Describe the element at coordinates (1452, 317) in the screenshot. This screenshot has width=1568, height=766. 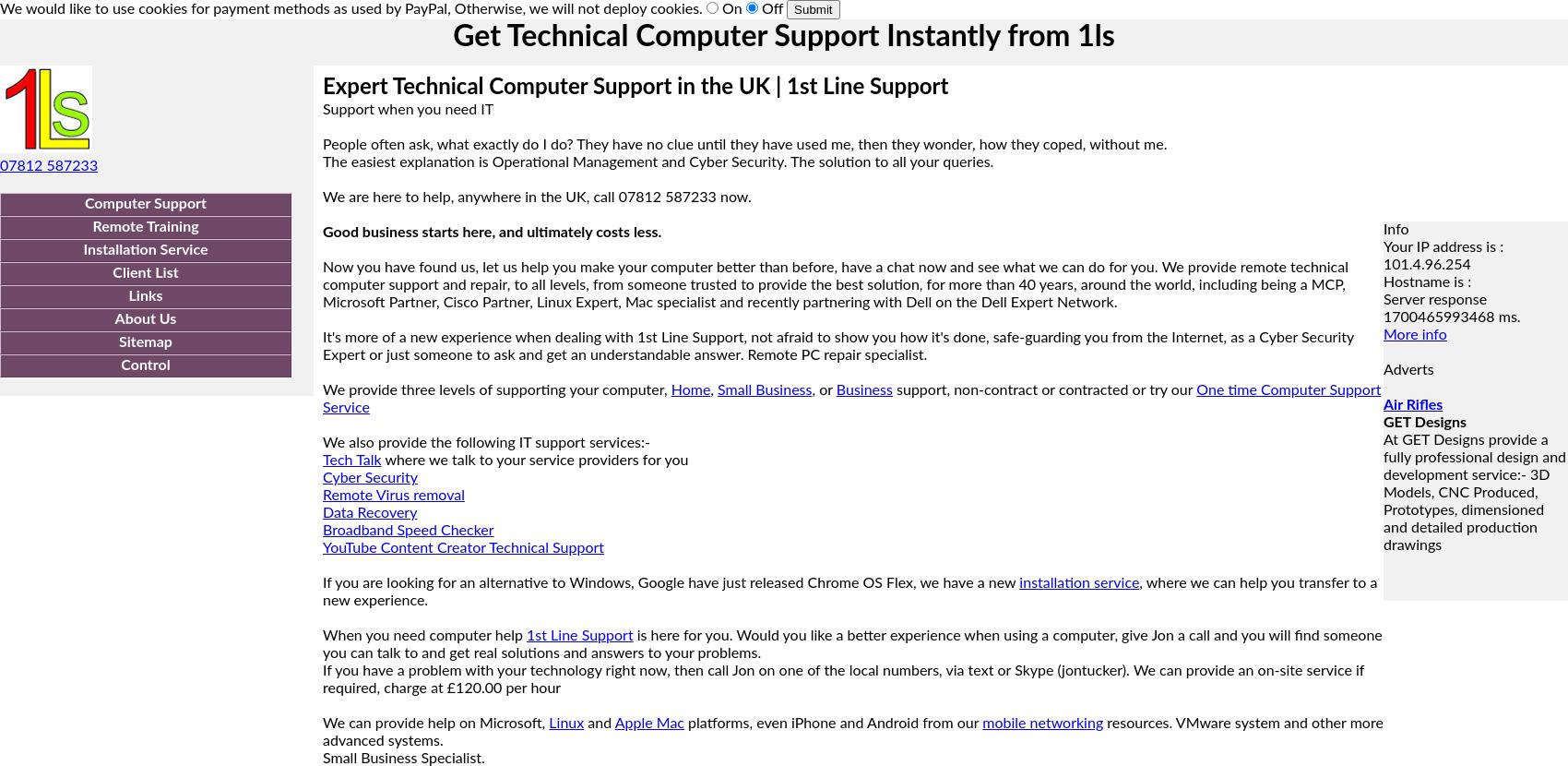
I see `'1700465993468 ms.'` at that location.